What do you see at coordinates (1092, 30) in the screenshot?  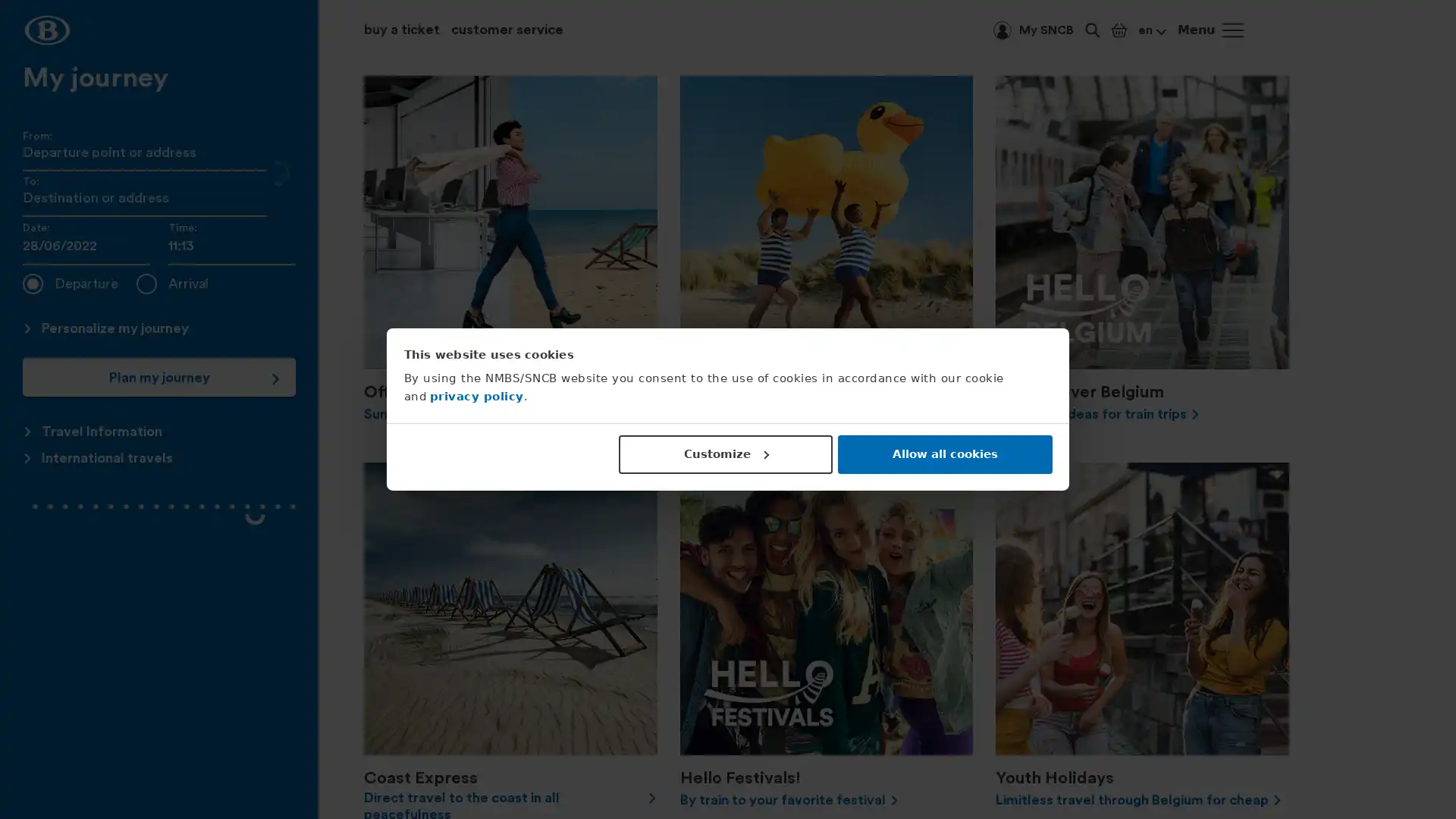 I see `Keyword` at bounding box center [1092, 30].